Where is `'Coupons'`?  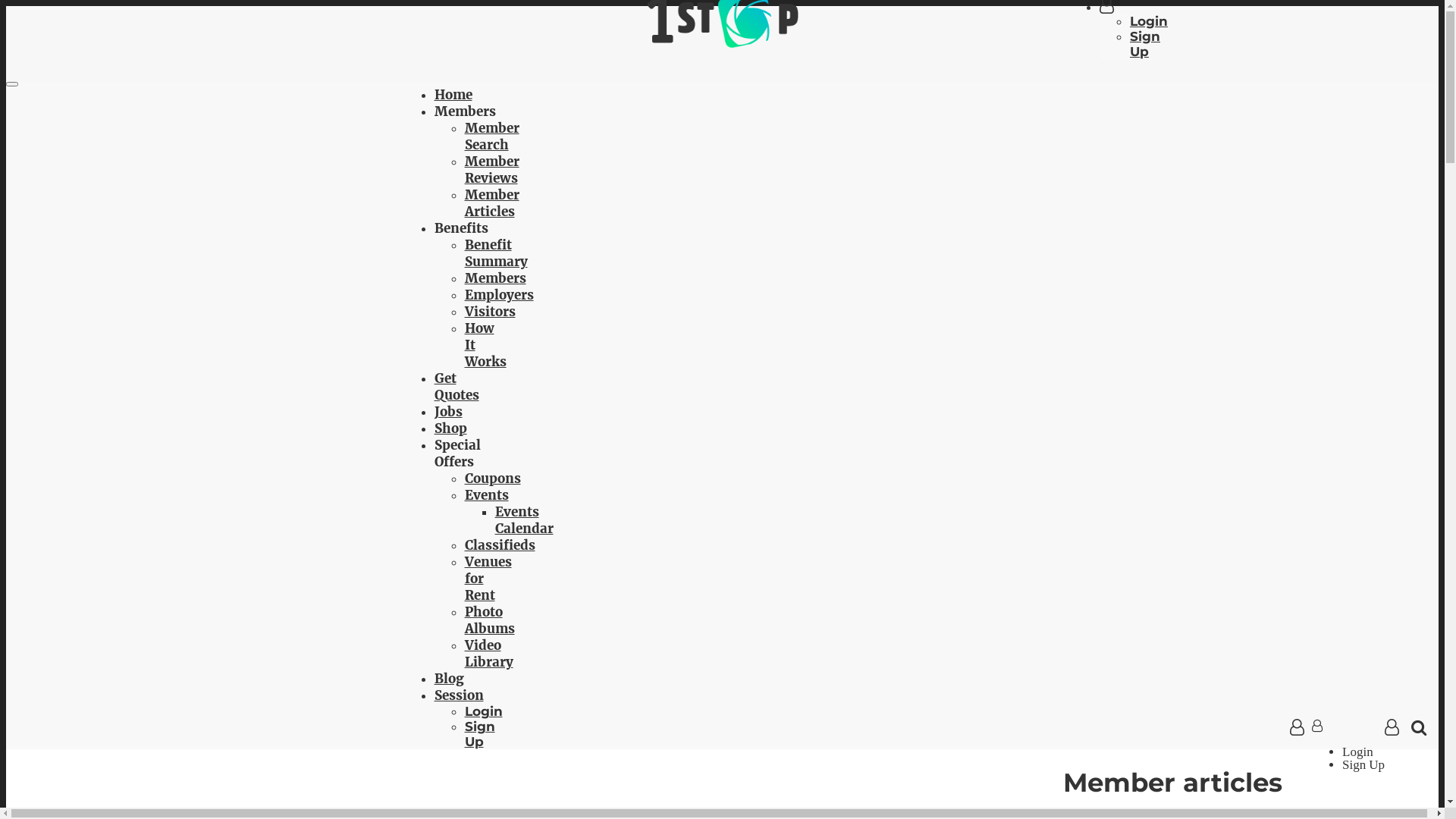 'Coupons' is located at coordinates (491, 479).